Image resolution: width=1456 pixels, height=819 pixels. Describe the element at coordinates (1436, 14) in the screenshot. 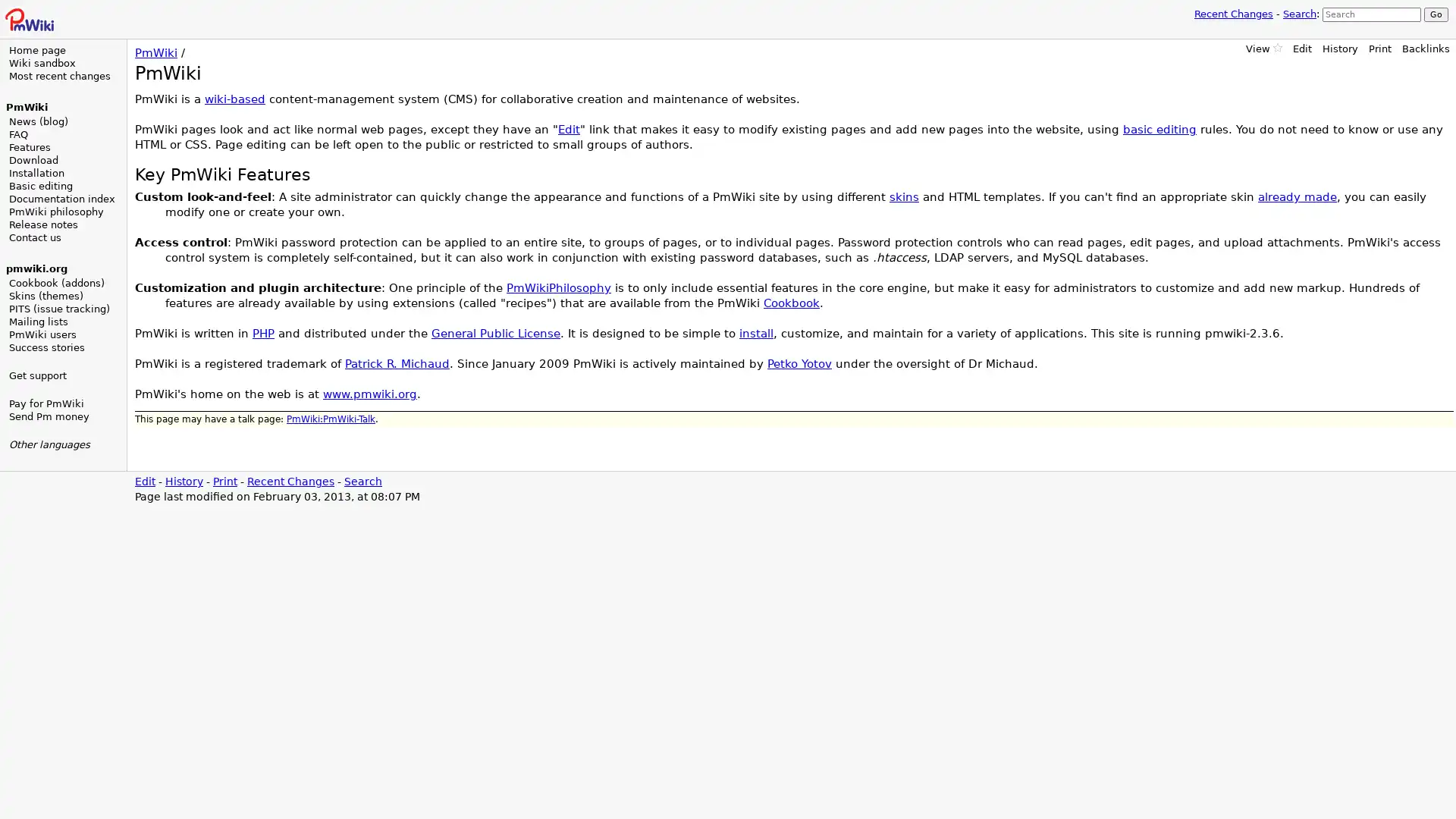

I see `Go` at that location.